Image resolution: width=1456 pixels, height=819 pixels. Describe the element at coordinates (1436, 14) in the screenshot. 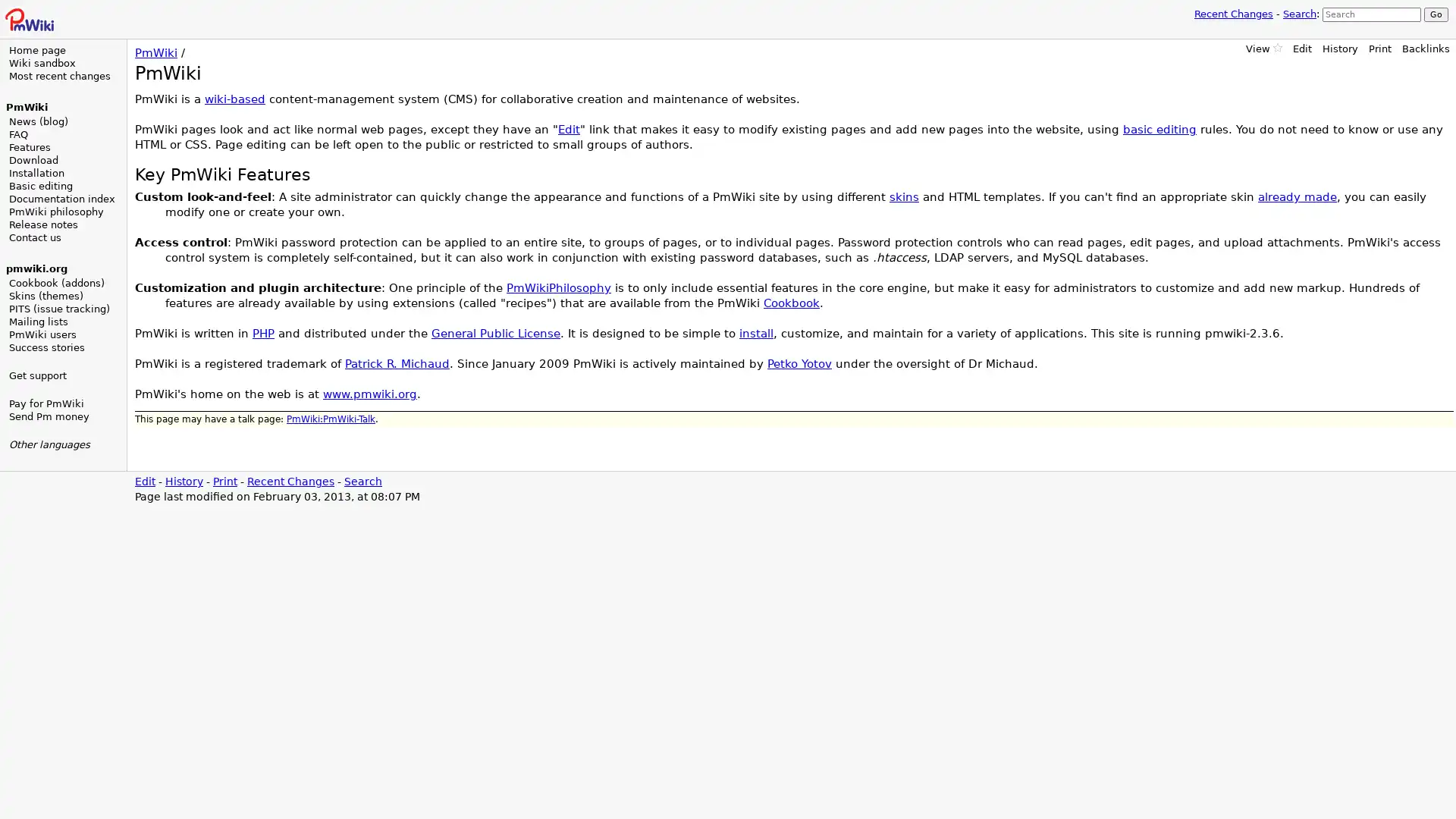

I see `Go` at that location.